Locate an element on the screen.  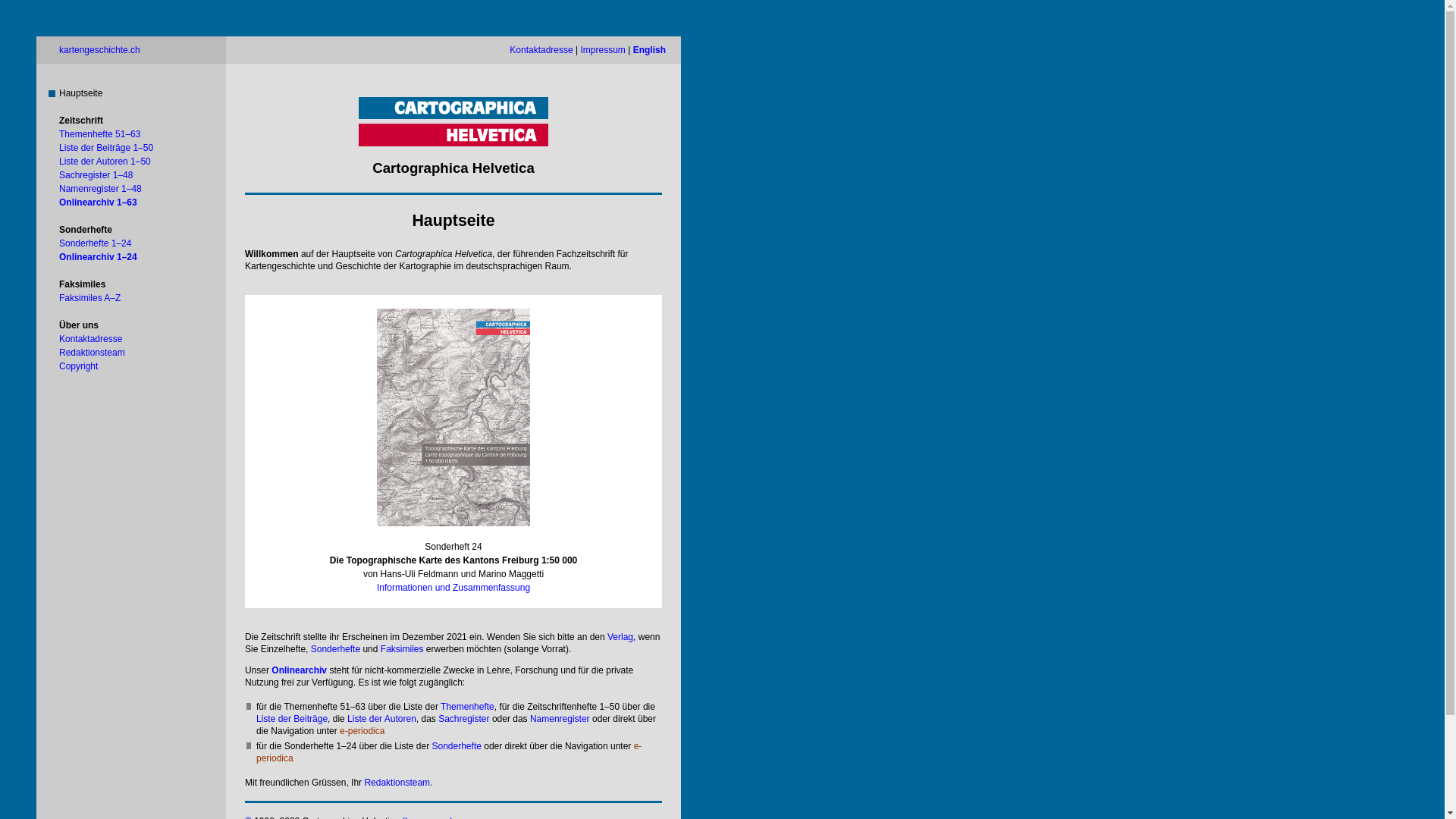
'Copyright' is located at coordinates (77, 366).